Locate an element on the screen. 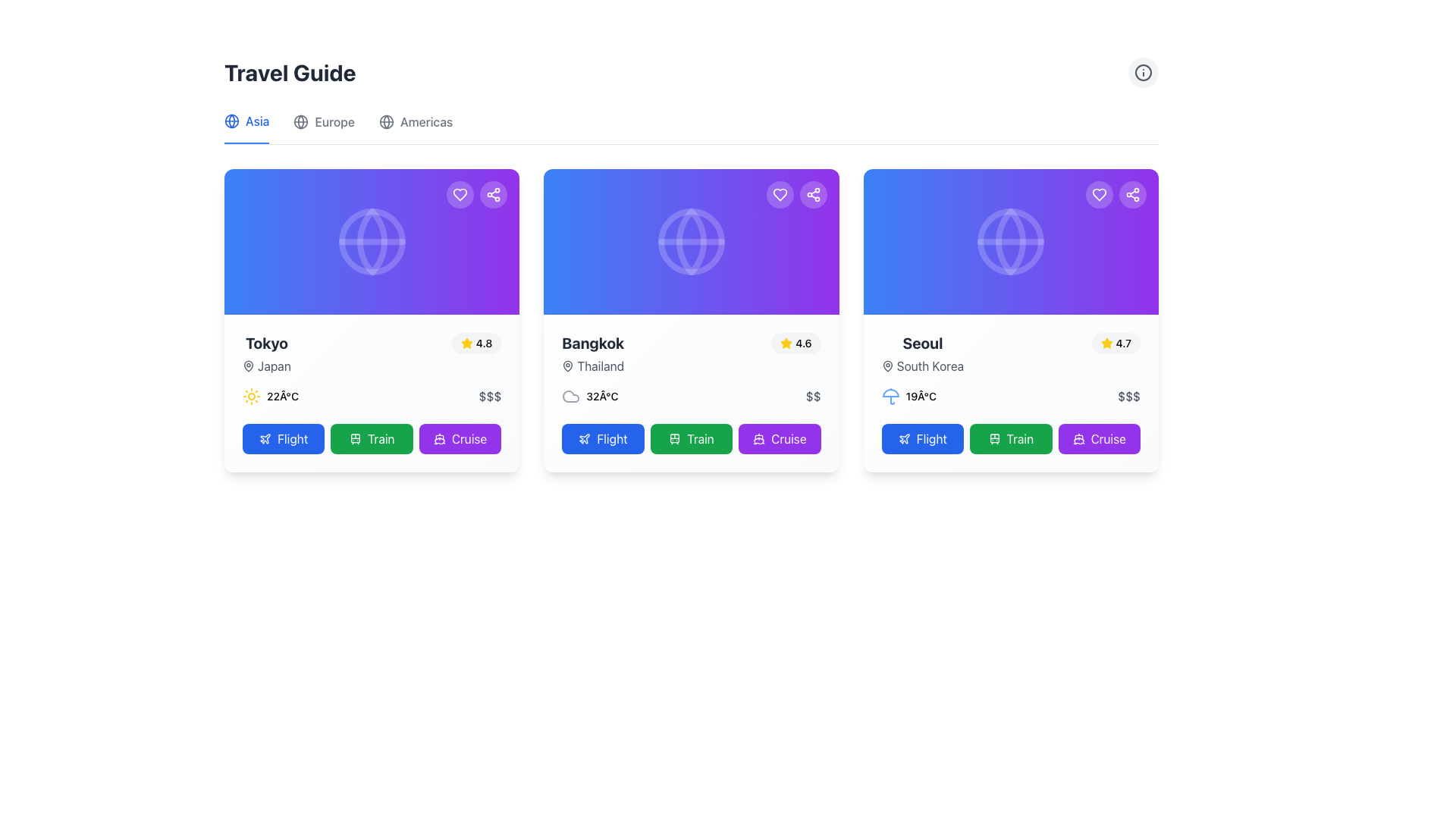 The image size is (1456, 819). temperature value displayed as '32°C' in the Temperature Display with Weather Icon located in the Bangkok card, beneath the city name and country information is located at coordinates (589, 396).